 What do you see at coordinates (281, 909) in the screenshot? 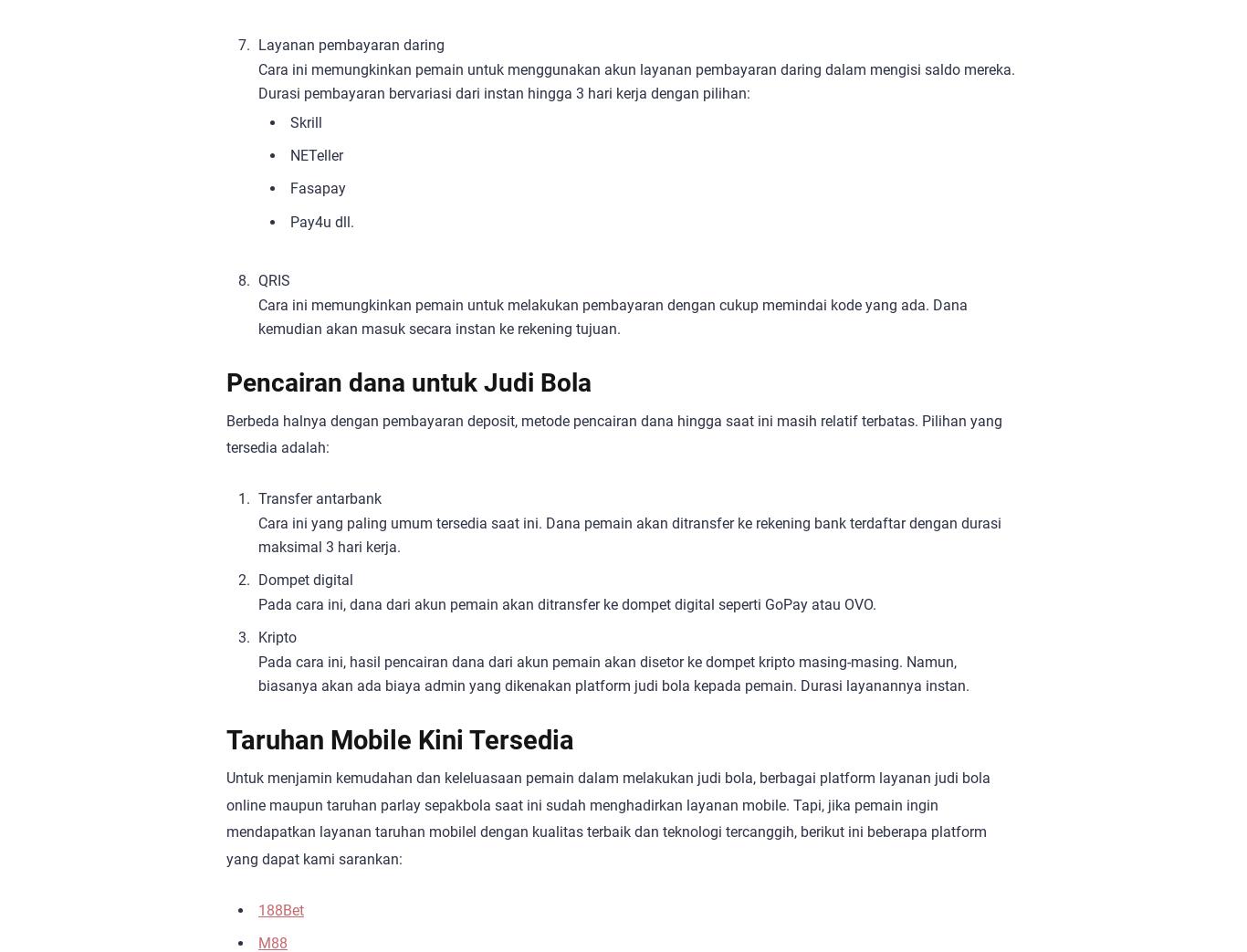
I see `'188Bet'` at bounding box center [281, 909].